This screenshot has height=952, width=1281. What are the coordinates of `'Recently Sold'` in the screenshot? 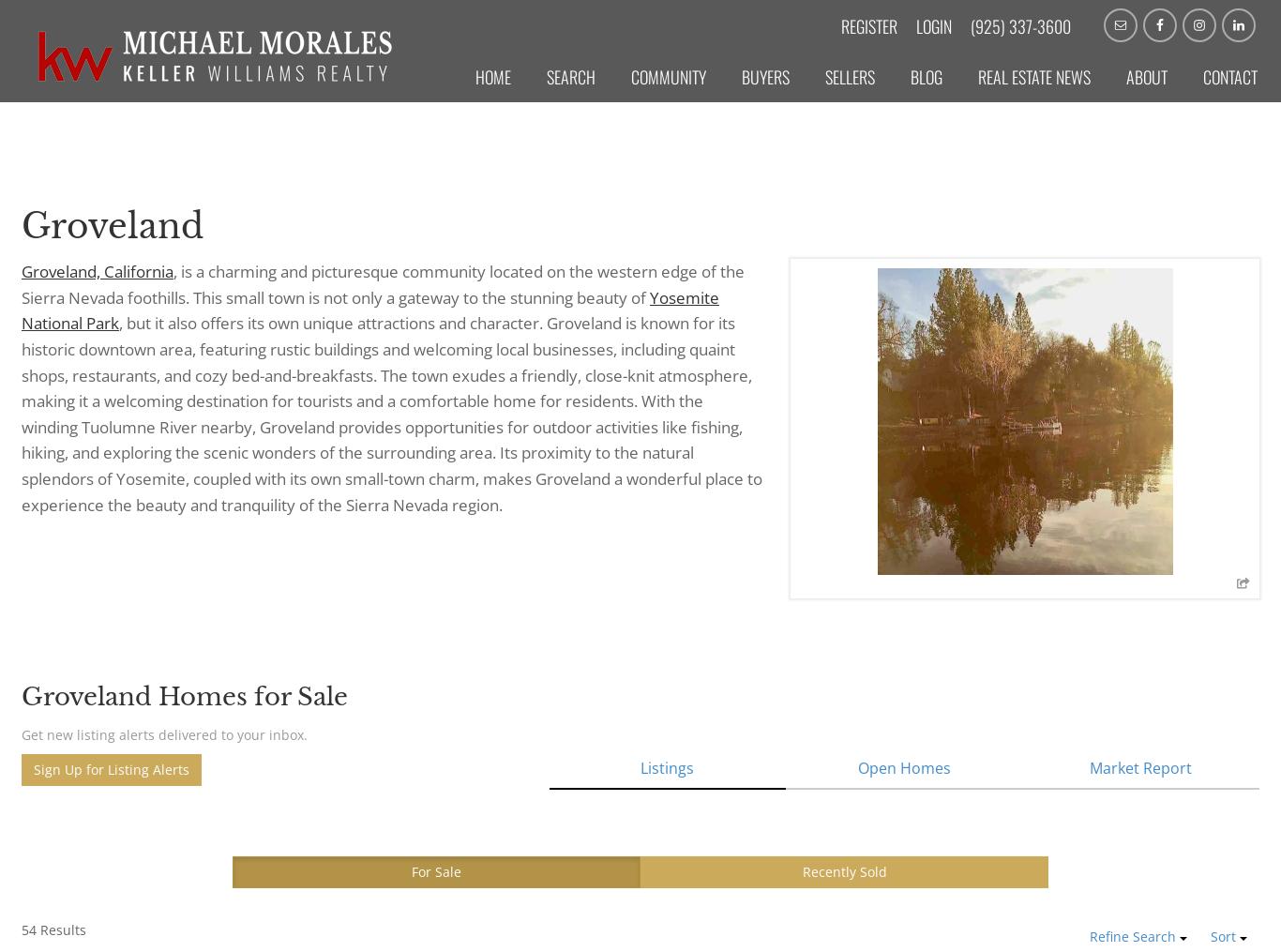 It's located at (843, 870).